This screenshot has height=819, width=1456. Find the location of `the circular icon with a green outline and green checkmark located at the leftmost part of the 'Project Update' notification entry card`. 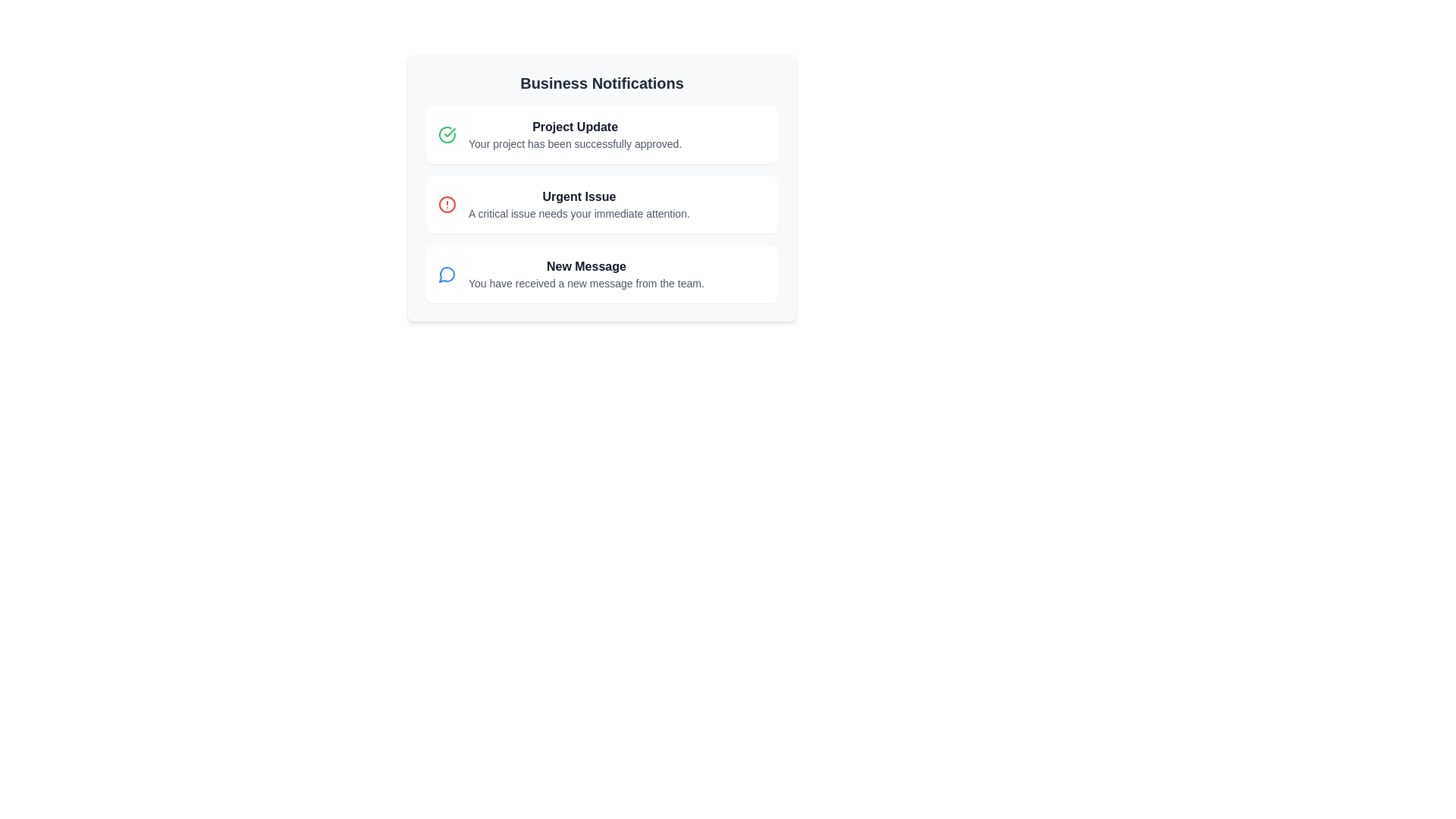

the circular icon with a green outline and green checkmark located at the leftmost part of the 'Project Update' notification entry card is located at coordinates (447, 133).